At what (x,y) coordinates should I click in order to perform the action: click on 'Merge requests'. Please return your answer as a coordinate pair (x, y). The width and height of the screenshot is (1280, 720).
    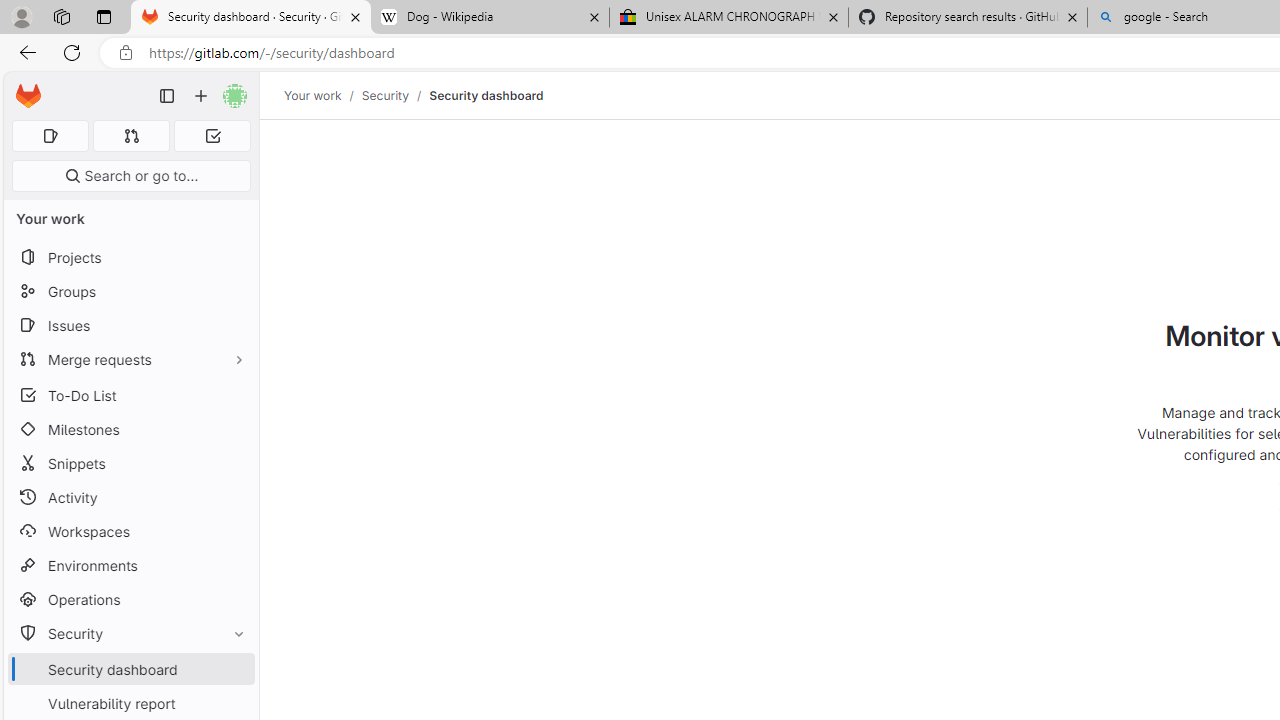
    Looking at the image, I should click on (130, 358).